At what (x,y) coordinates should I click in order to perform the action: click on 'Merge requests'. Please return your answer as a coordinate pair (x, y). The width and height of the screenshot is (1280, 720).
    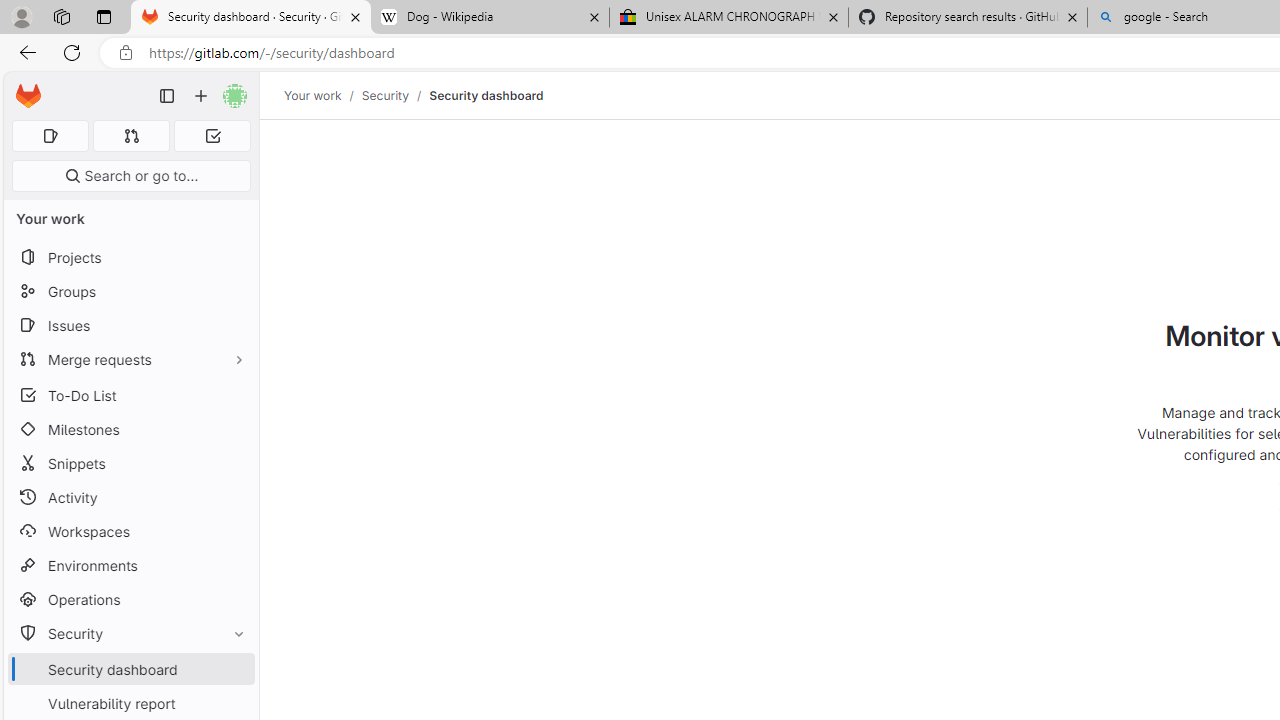
    Looking at the image, I should click on (130, 358).